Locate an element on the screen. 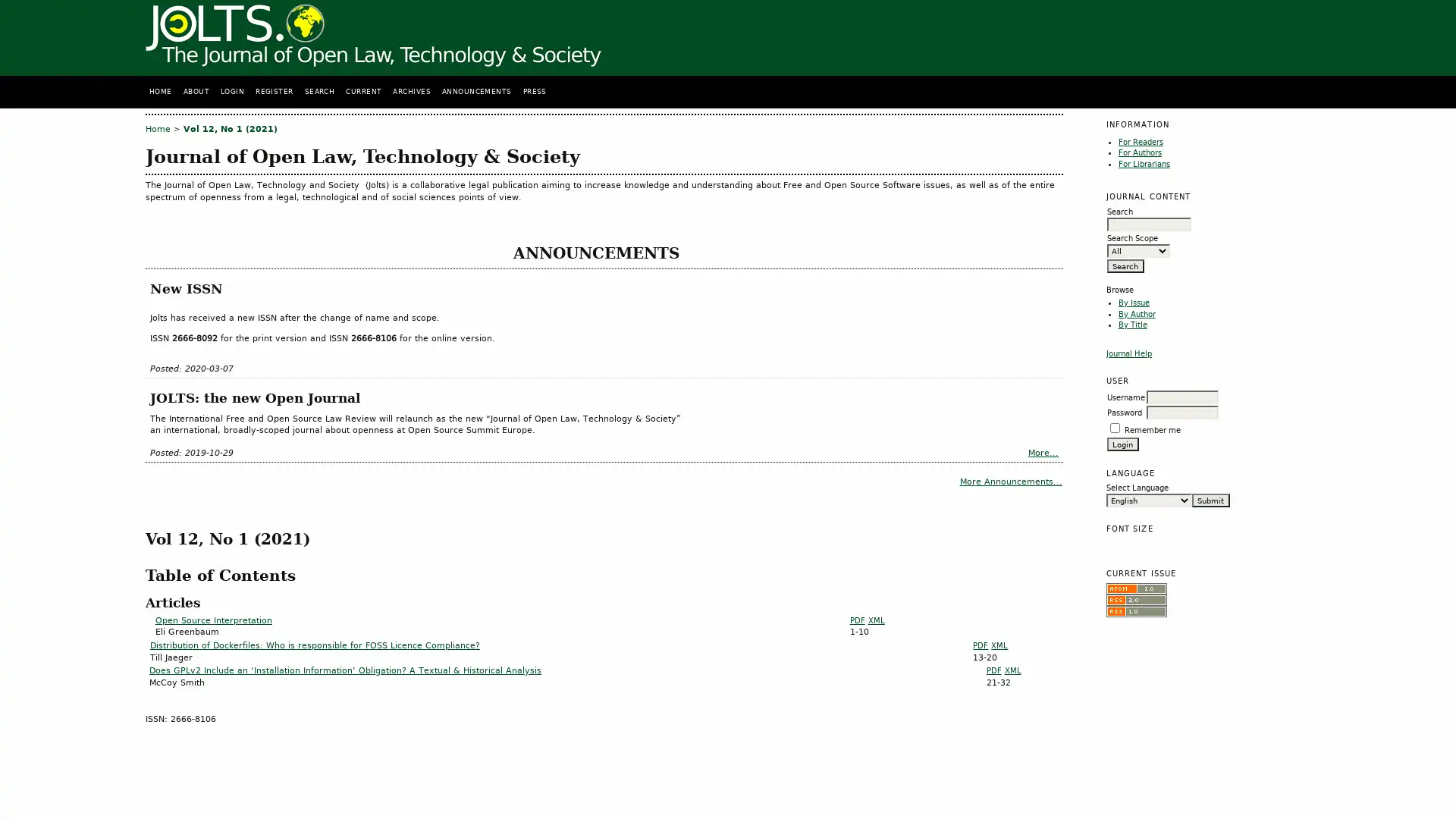 Image resolution: width=1456 pixels, height=819 pixels. Login is located at coordinates (1122, 444).